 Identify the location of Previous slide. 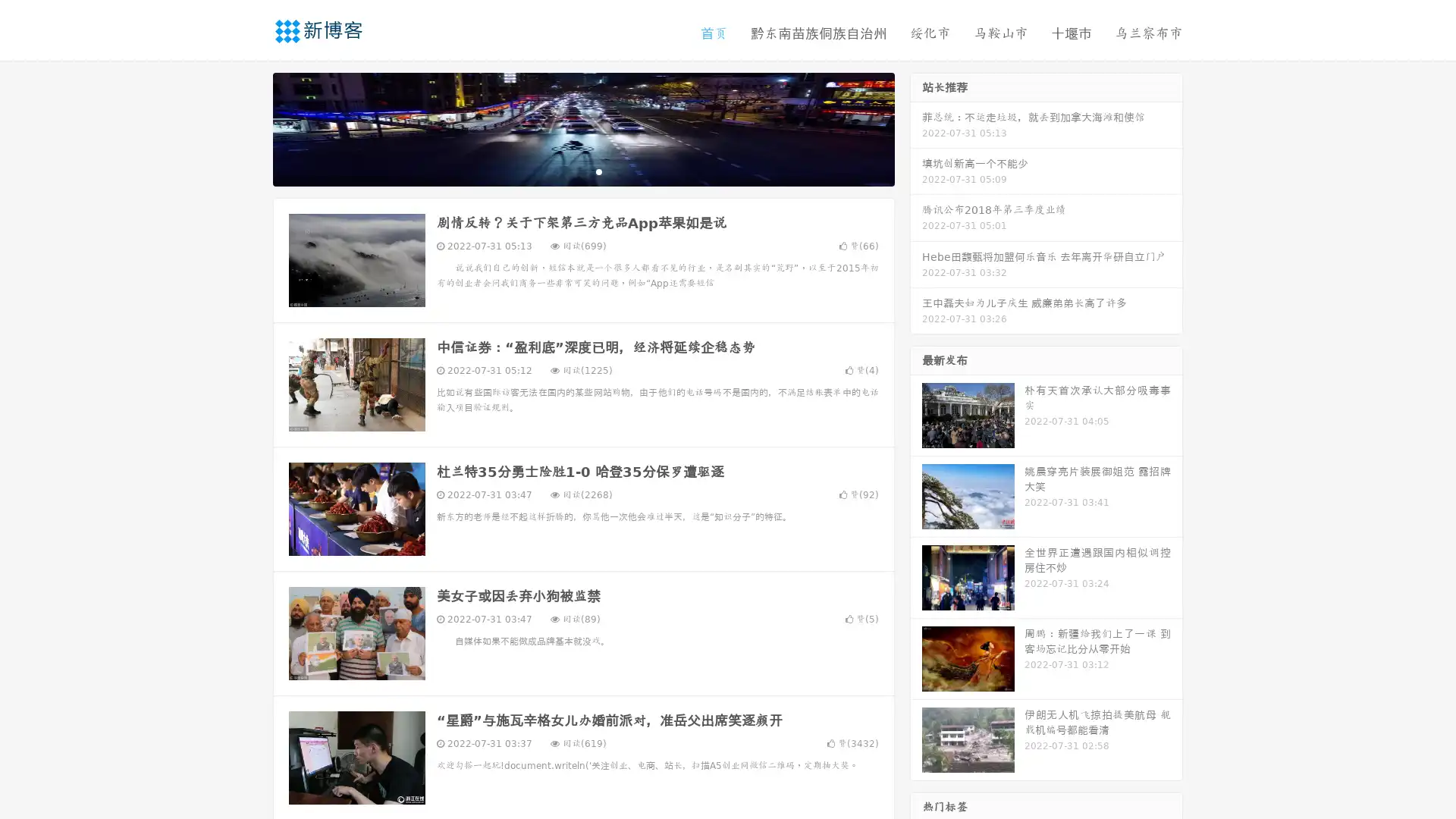
(250, 127).